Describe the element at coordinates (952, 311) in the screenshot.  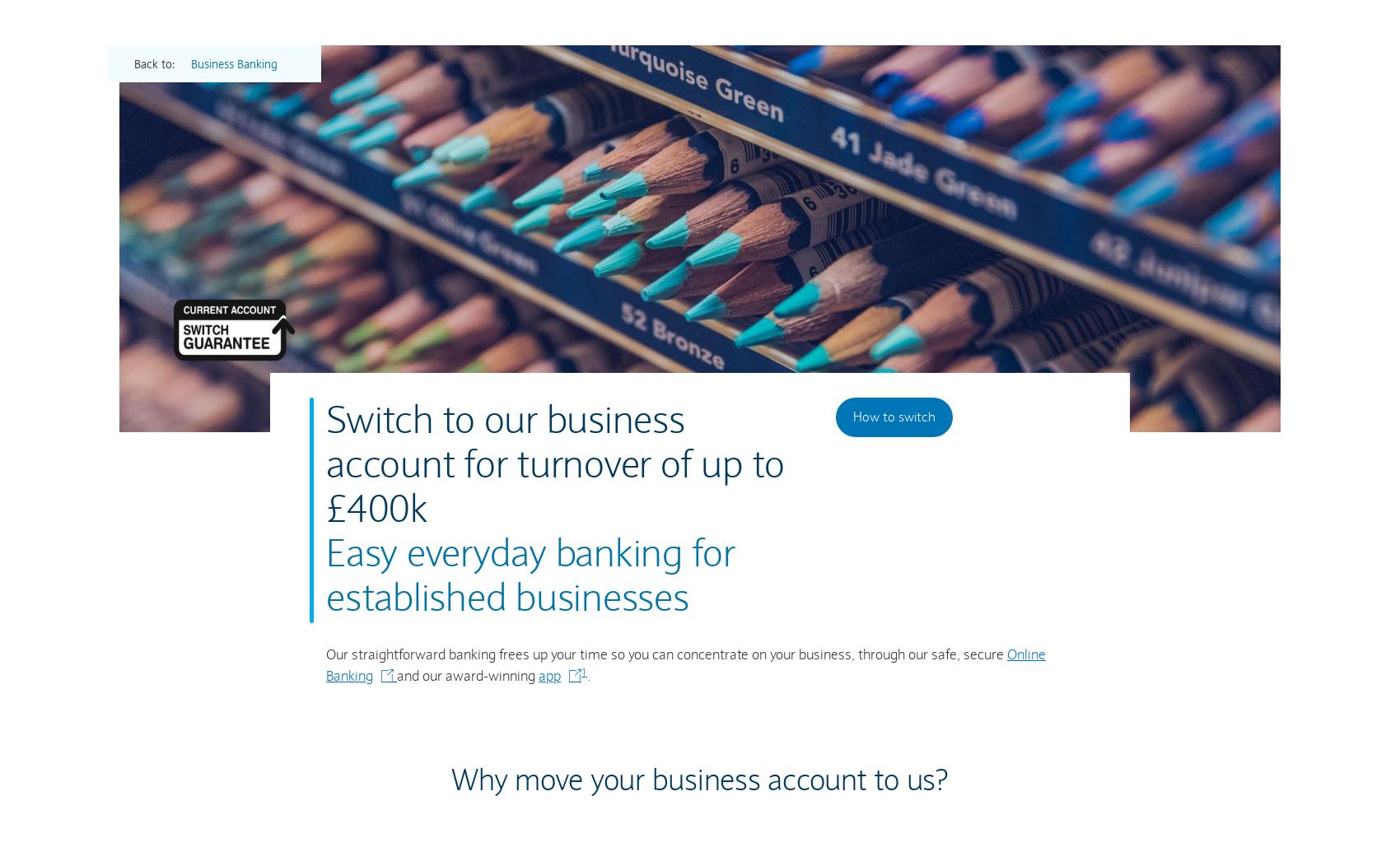
I see `'Business insurance'` at that location.